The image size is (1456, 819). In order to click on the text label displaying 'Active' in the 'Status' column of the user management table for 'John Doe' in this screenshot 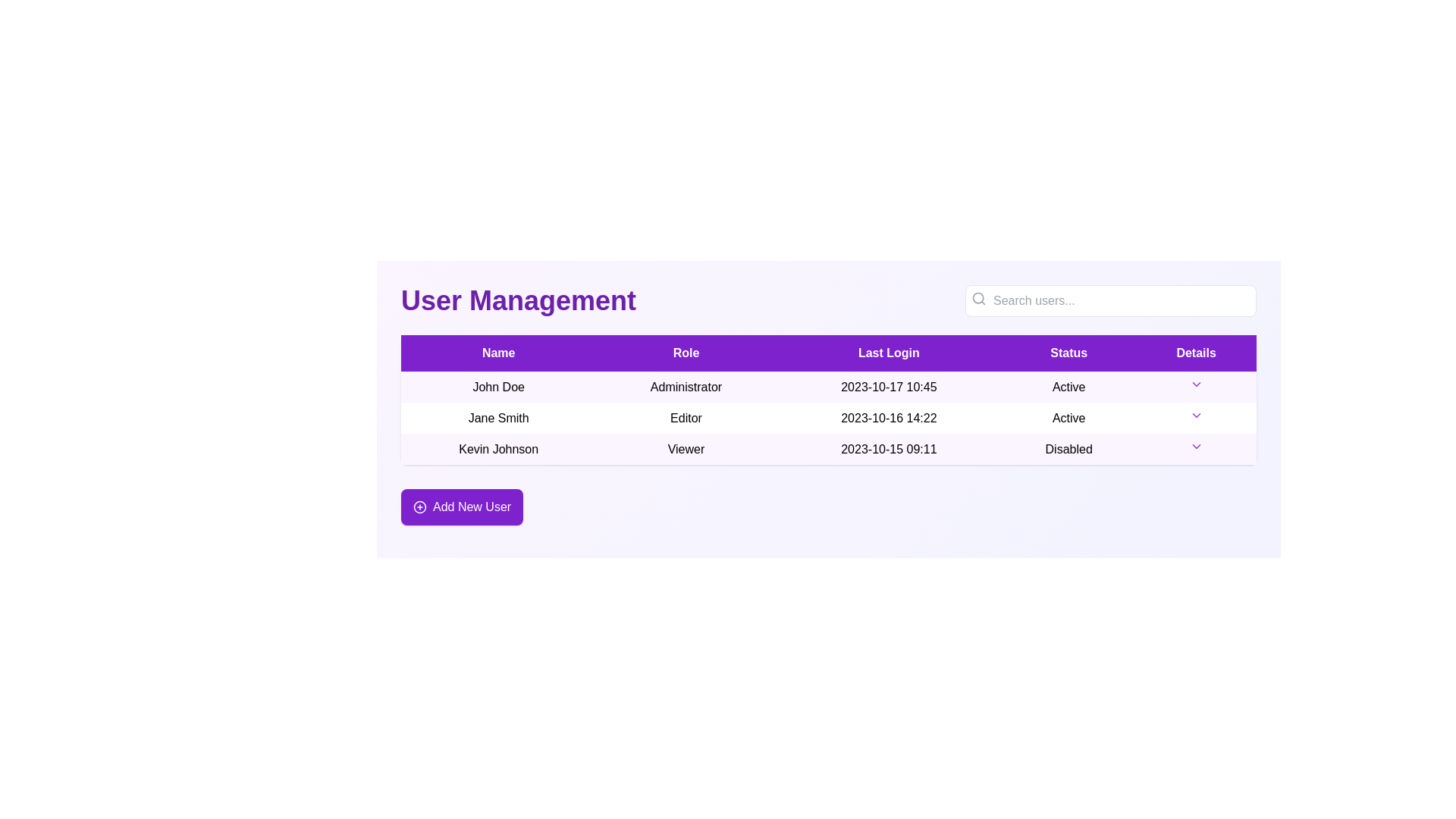, I will do `click(1068, 386)`.